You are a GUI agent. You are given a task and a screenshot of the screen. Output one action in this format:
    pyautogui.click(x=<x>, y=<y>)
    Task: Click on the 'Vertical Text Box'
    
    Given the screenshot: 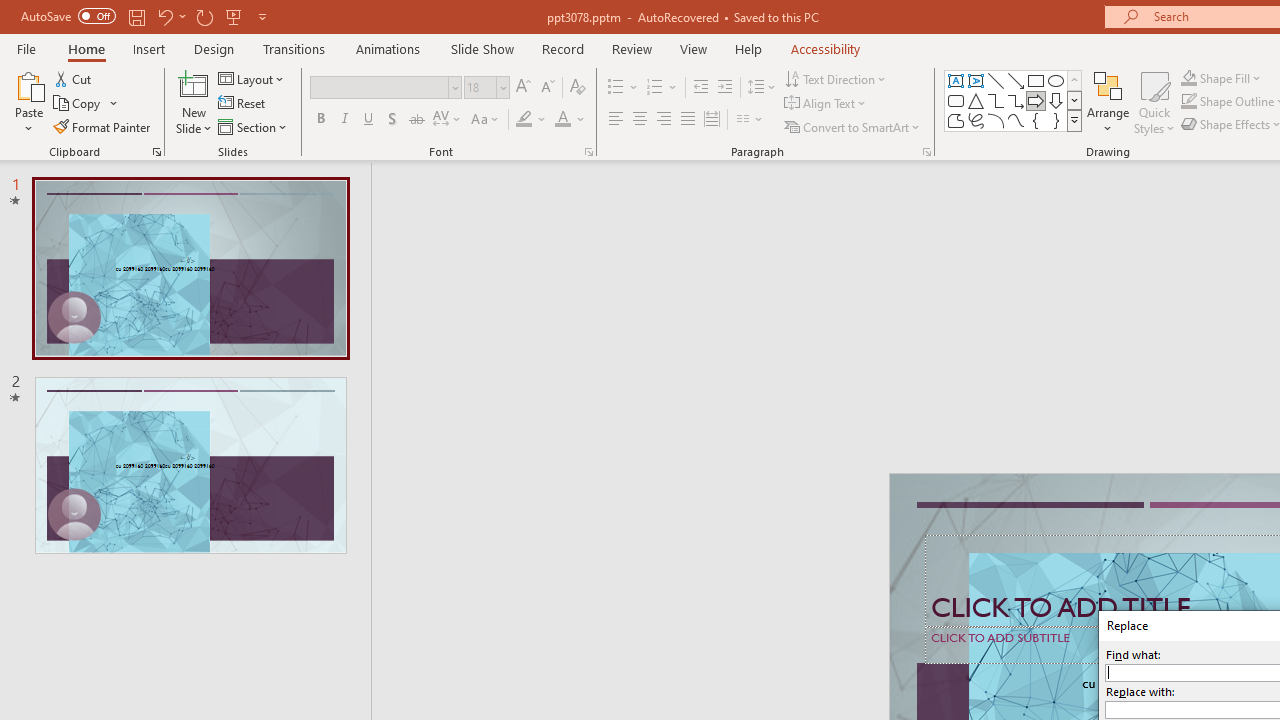 What is the action you would take?
    pyautogui.click(x=976, y=80)
    